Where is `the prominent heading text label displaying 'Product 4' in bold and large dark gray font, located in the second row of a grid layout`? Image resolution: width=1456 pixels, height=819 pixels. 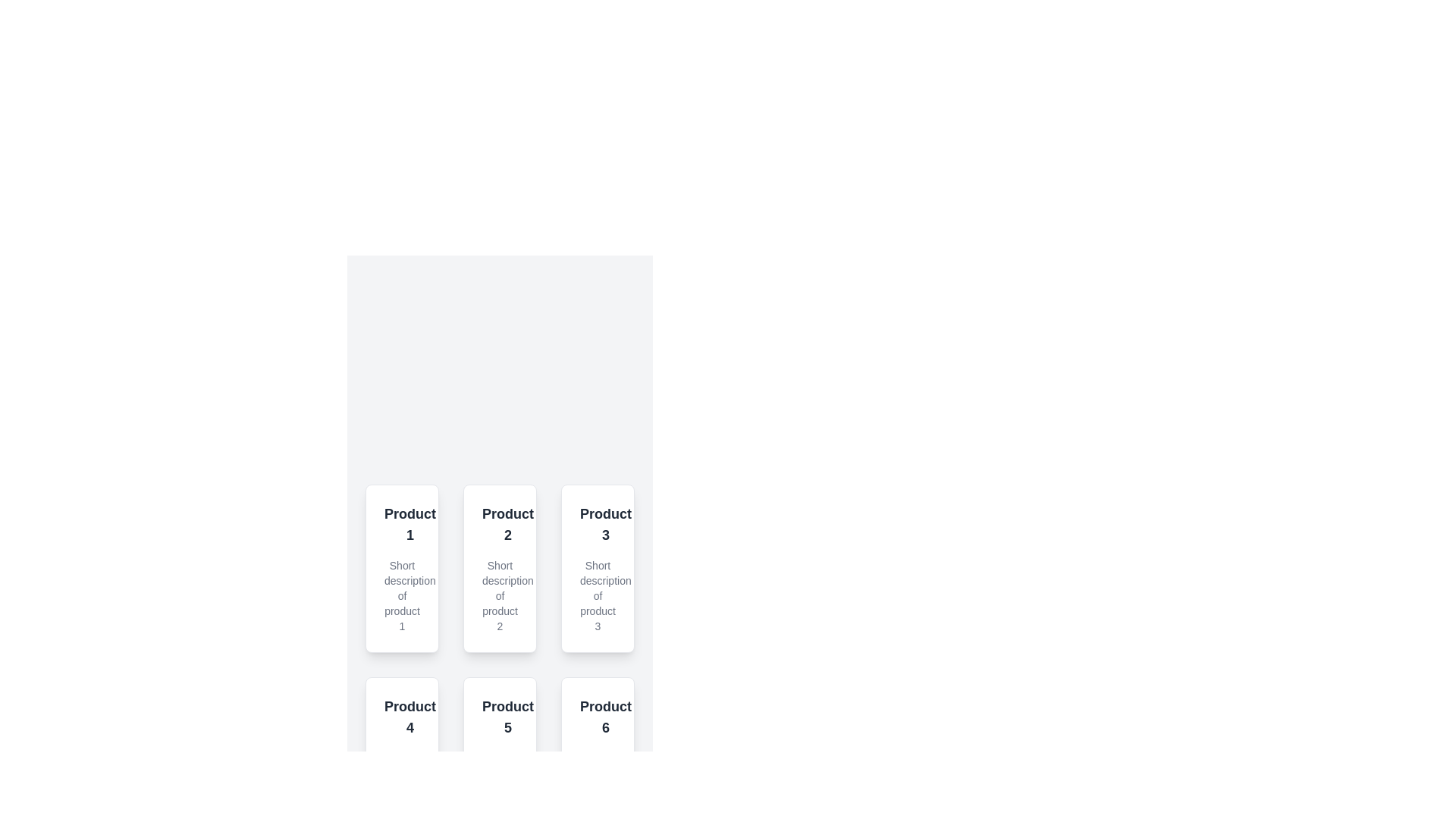 the prominent heading text label displaying 'Product 4' in bold and large dark gray font, located in the second row of a grid layout is located at coordinates (410, 717).